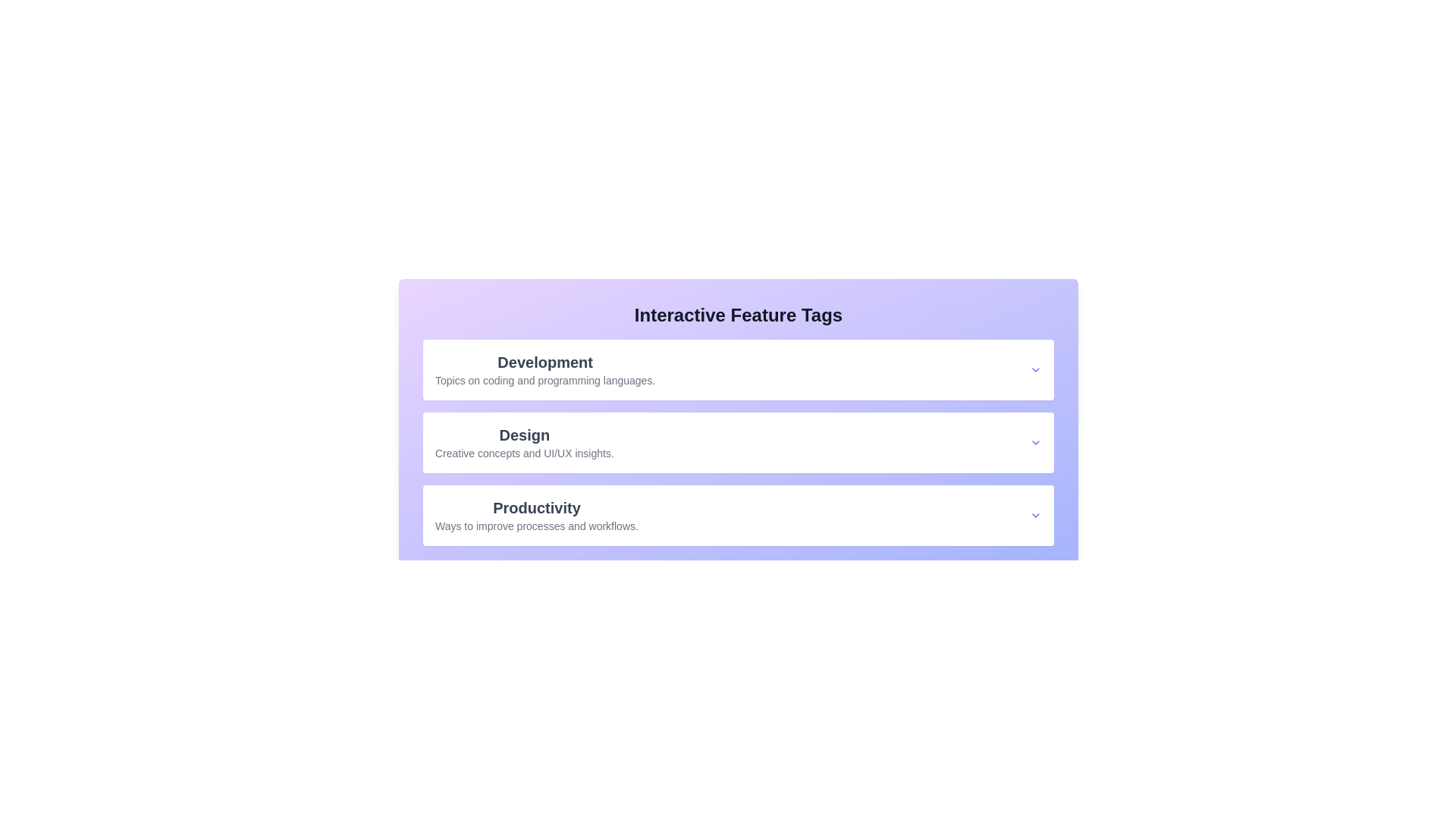  I want to click on the Collapsible section header titled 'Design', so click(739, 442).